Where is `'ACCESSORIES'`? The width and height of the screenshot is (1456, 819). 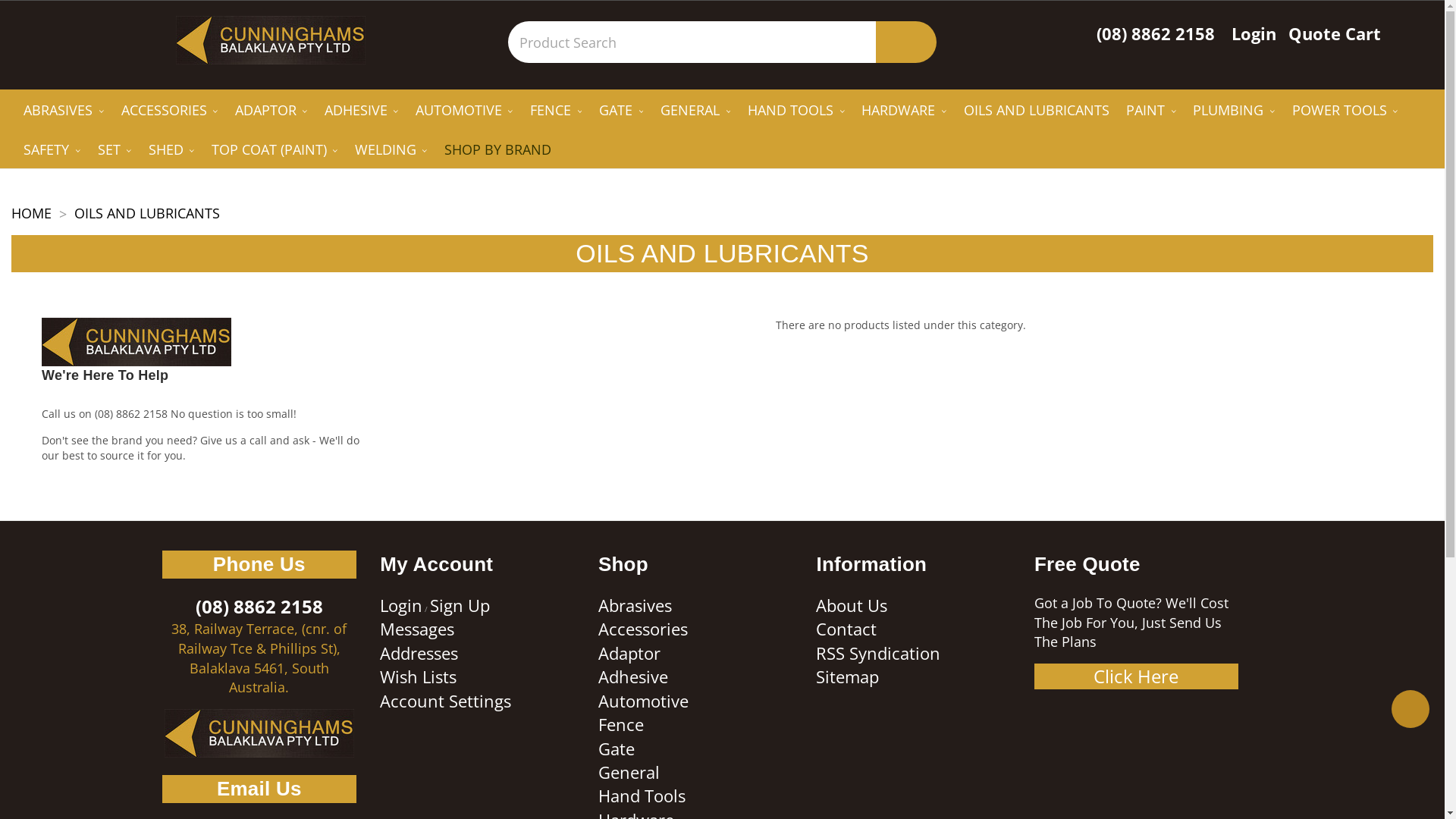
'ACCESSORIES' is located at coordinates (168, 111).